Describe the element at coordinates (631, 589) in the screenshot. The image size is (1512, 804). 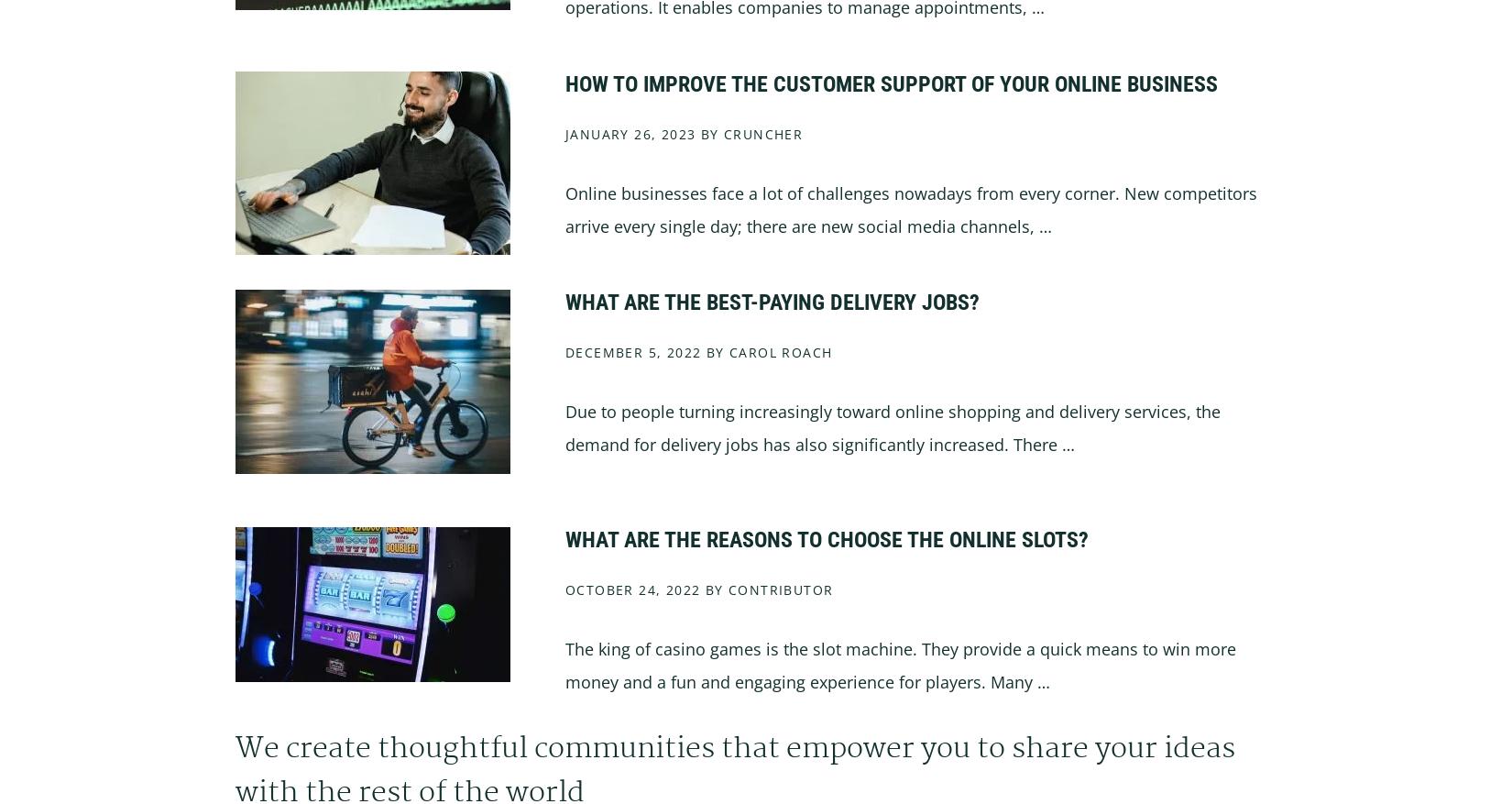
I see `'October 24, 2022'` at that location.